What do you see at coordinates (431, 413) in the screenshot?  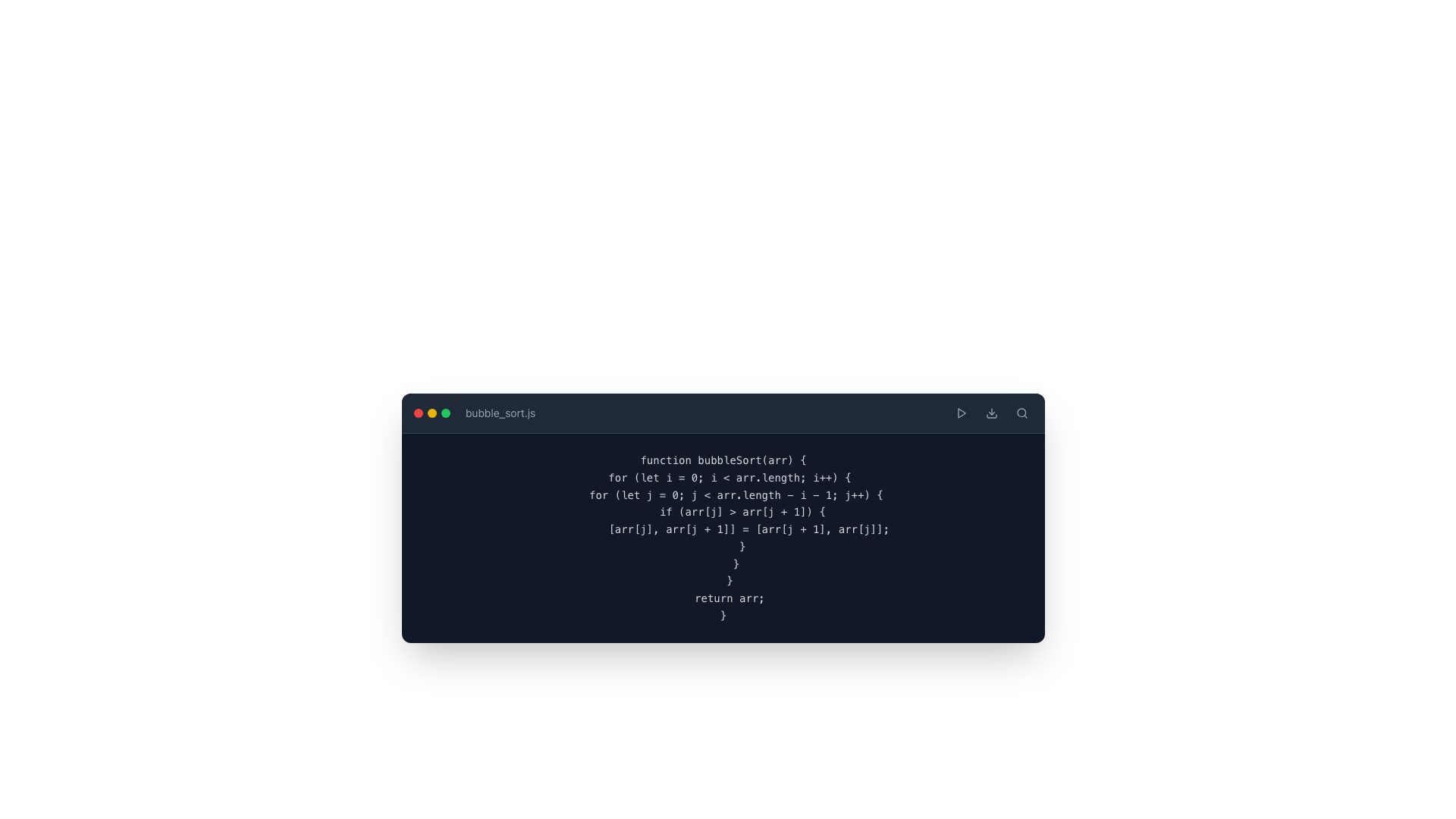 I see `the yellow circle icon in the grouped interactive icons located at the top-left corner of the window to minimize the window` at bounding box center [431, 413].